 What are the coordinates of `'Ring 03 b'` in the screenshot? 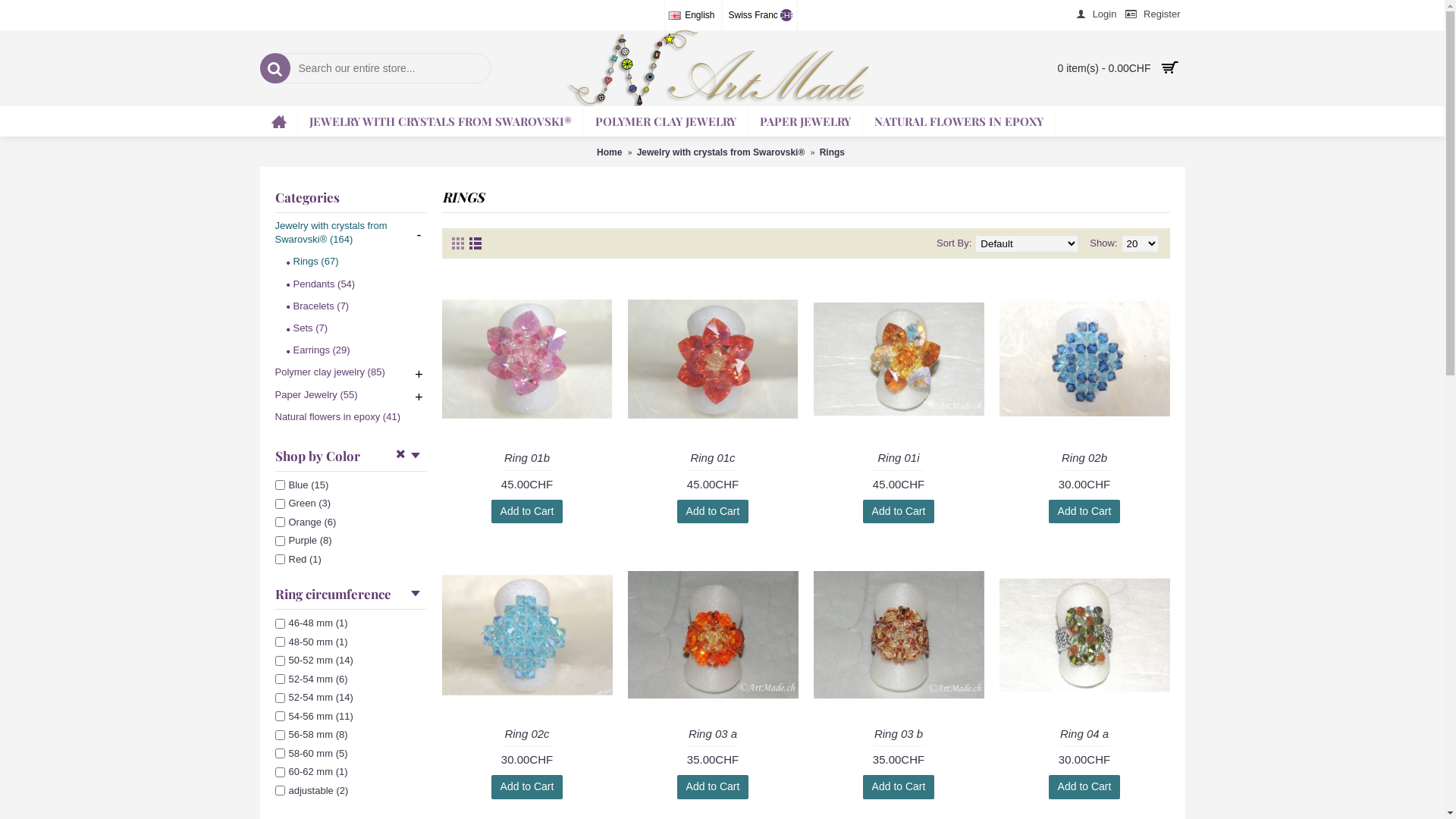 It's located at (898, 733).